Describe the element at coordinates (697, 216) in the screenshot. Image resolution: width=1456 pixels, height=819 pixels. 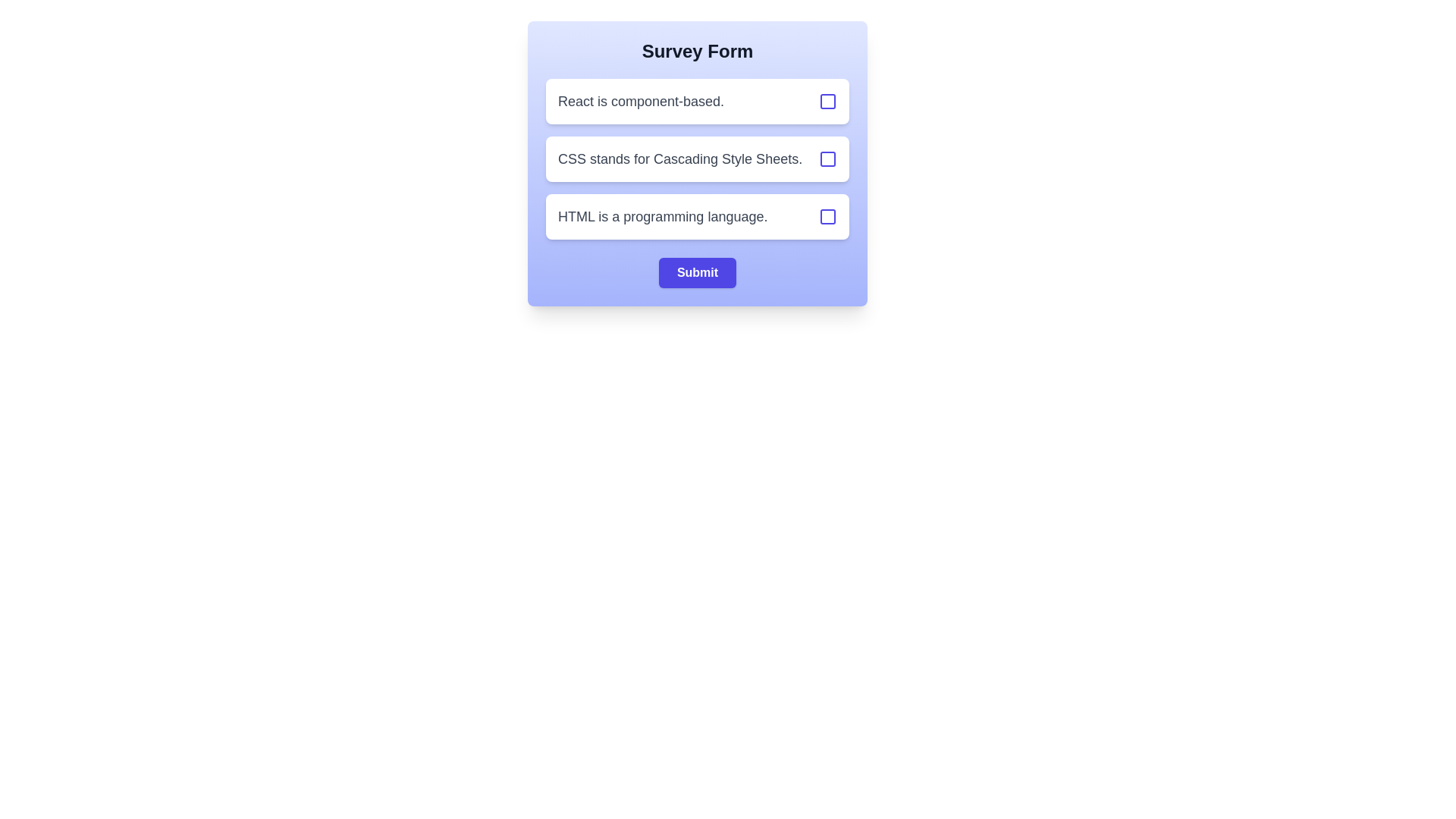
I see `the option with text 'HTML is a programming language.' to observe its hover effect` at that location.